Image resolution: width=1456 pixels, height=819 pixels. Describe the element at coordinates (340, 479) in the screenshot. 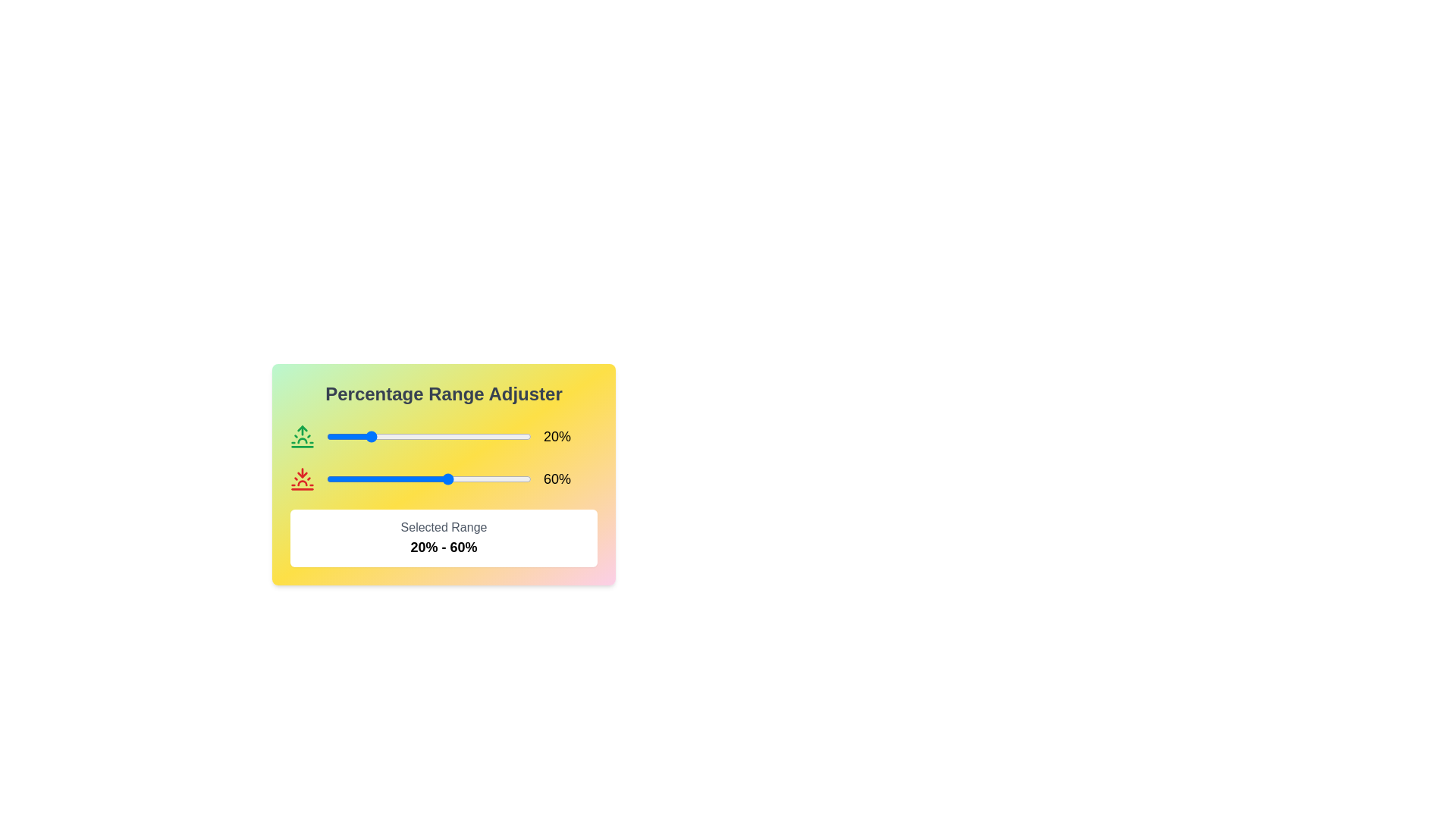

I see `the slider position` at that location.